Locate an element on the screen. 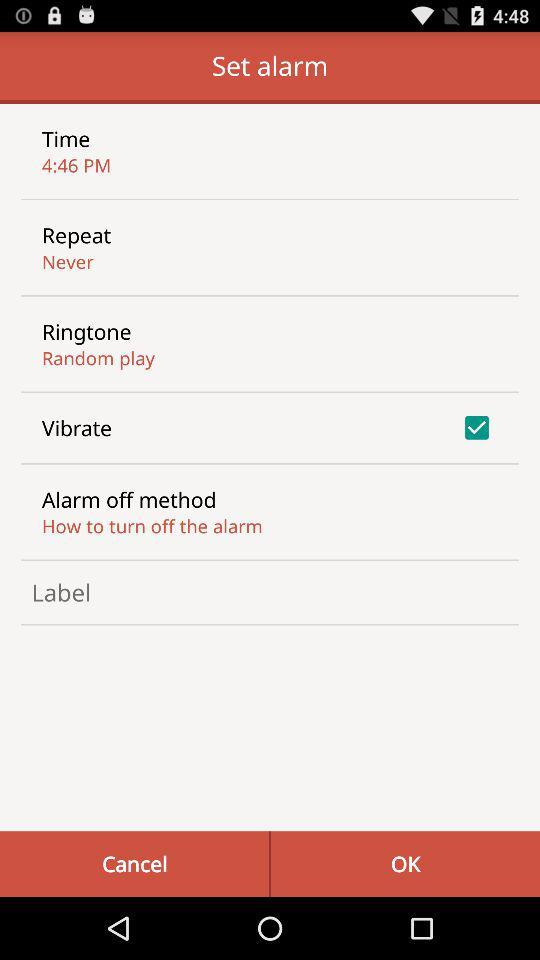 The image size is (540, 960). the icon to the right of the vibrate item is located at coordinates (475, 427).